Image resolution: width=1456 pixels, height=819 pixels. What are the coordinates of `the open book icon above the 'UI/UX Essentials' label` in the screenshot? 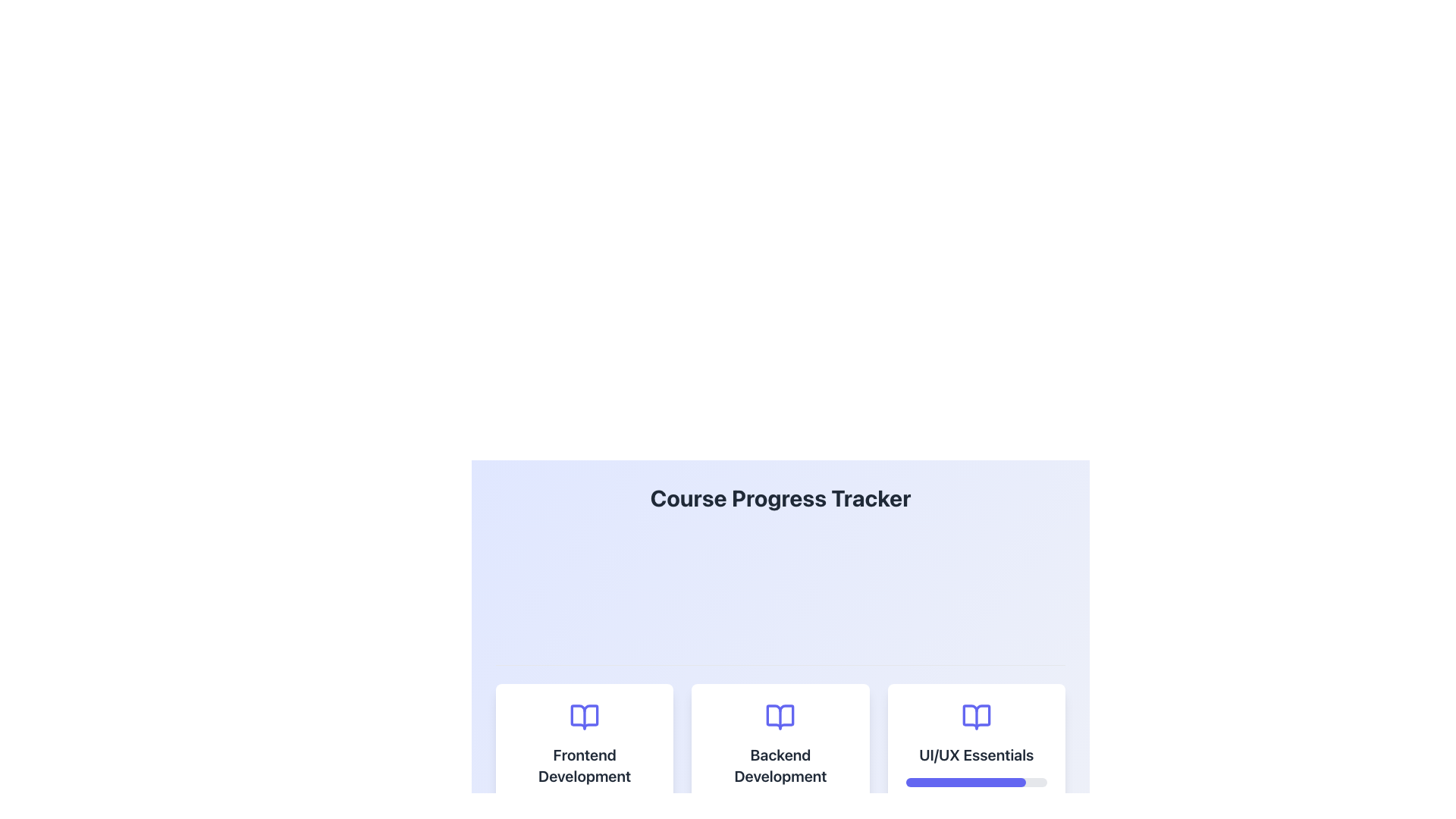 It's located at (976, 717).